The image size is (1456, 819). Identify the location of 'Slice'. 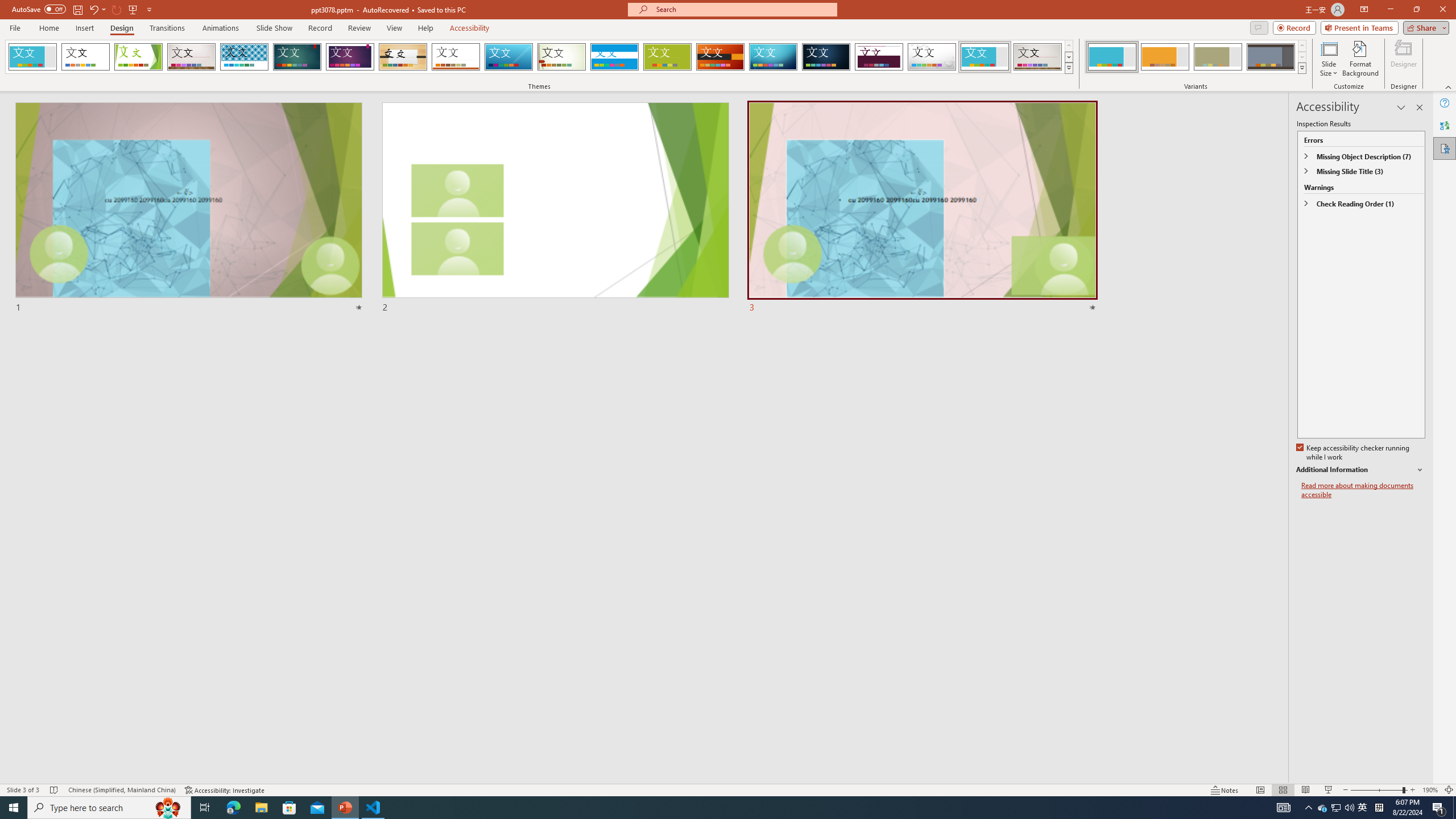
(508, 56).